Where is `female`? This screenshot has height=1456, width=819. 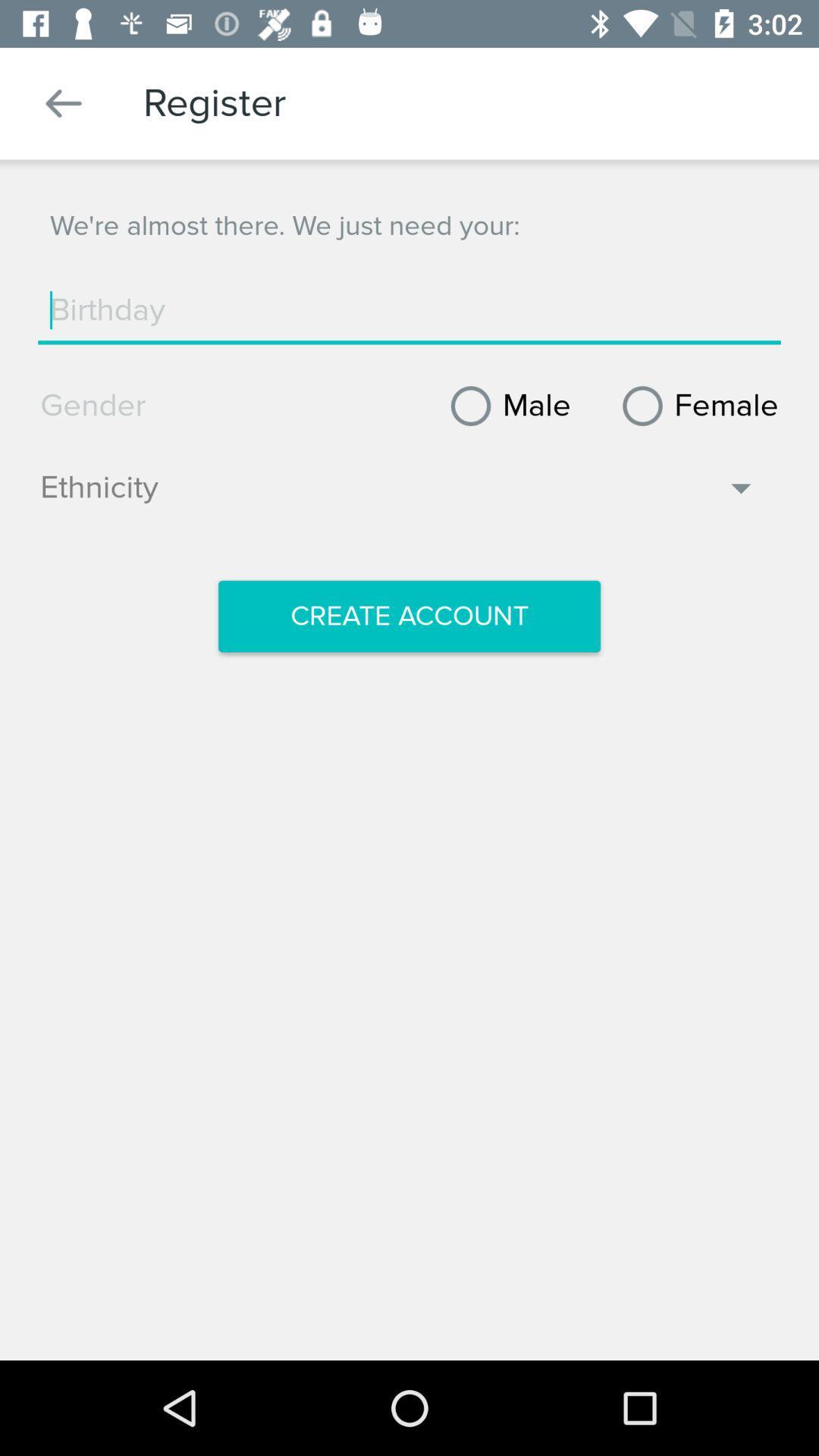 female is located at coordinates (695, 406).